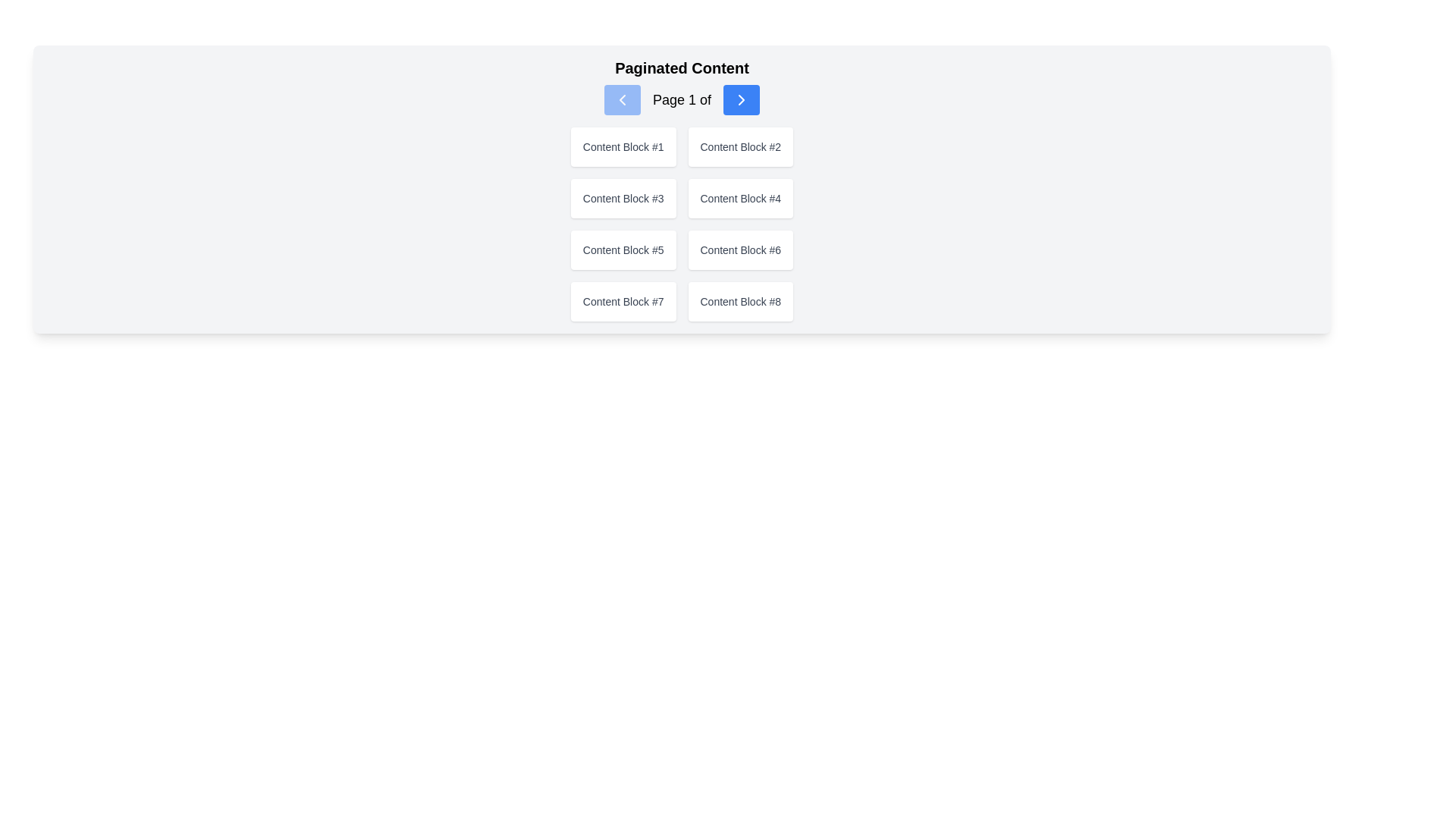 The height and width of the screenshot is (819, 1456). Describe the element at coordinates (681, 99) in the screenshot. I see `the static text element displaying 'Page 1 of', which is styled in bold and located centrally within the pagination controls` at that location.